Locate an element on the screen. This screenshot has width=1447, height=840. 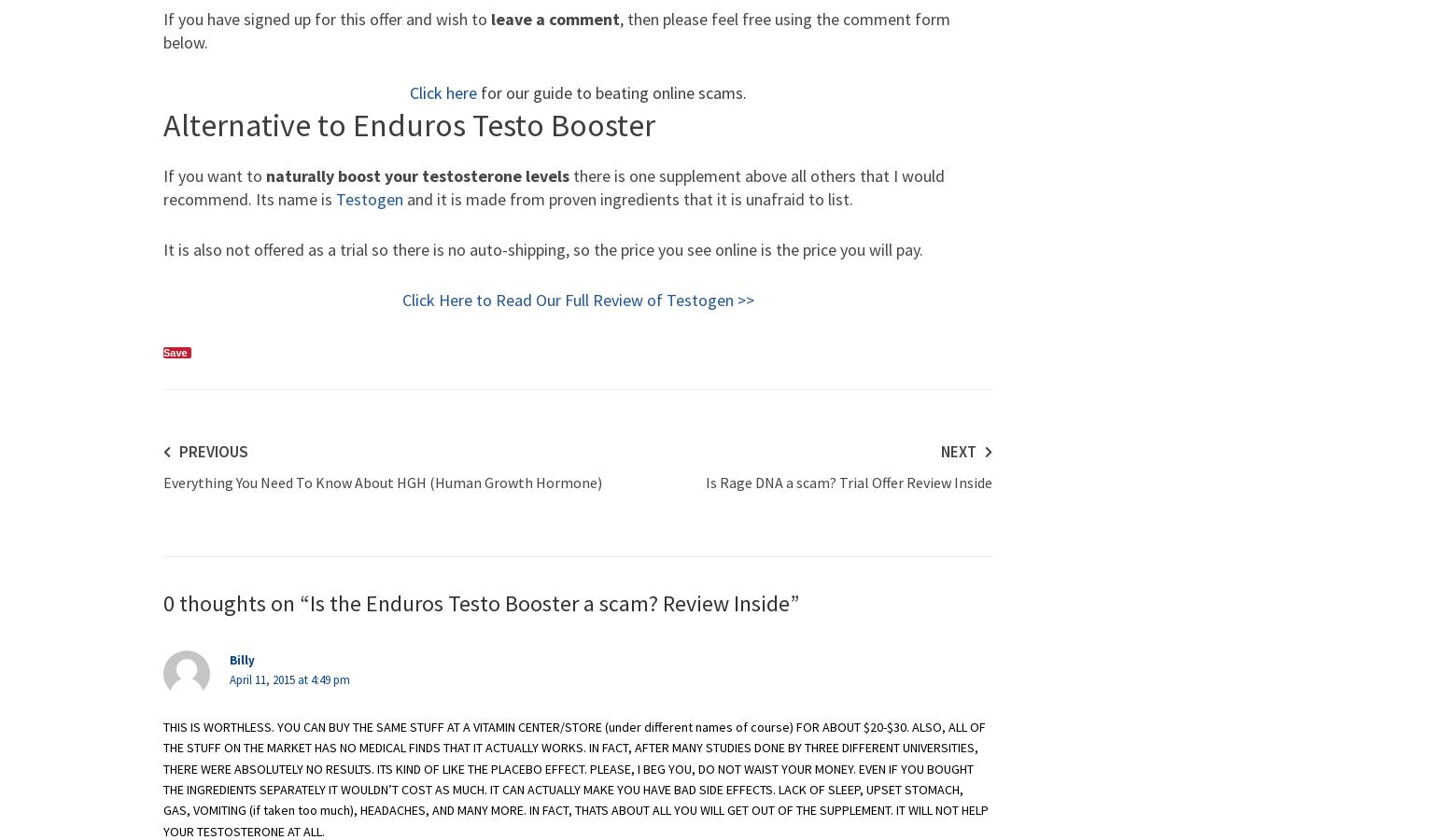
'If you want to' is located at coordinates (162, 175).